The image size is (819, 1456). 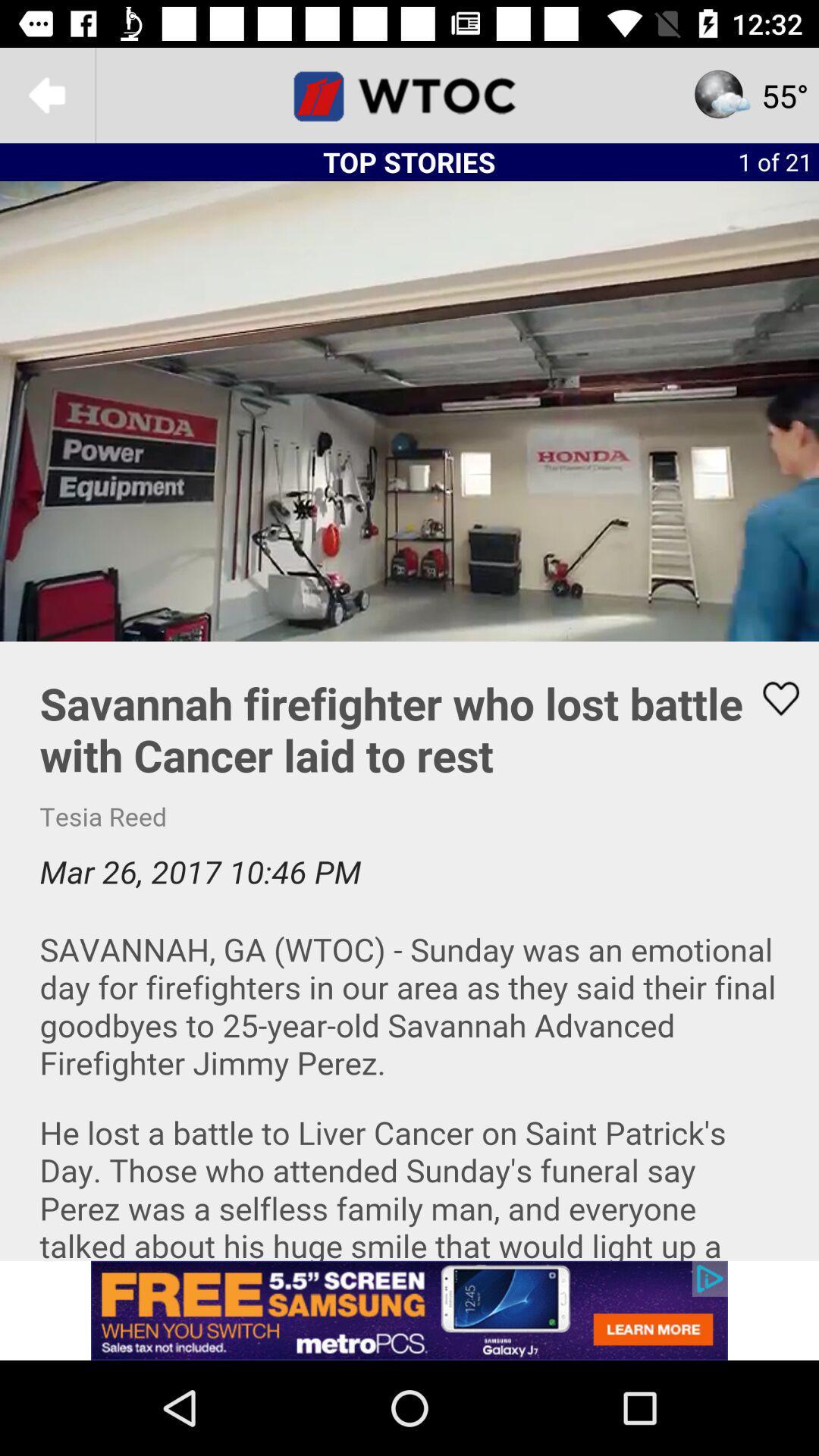 What do you see at coordinates (771, 698) in the screenshot?
I see `the favorite icon` at bounding box center [771, 698].